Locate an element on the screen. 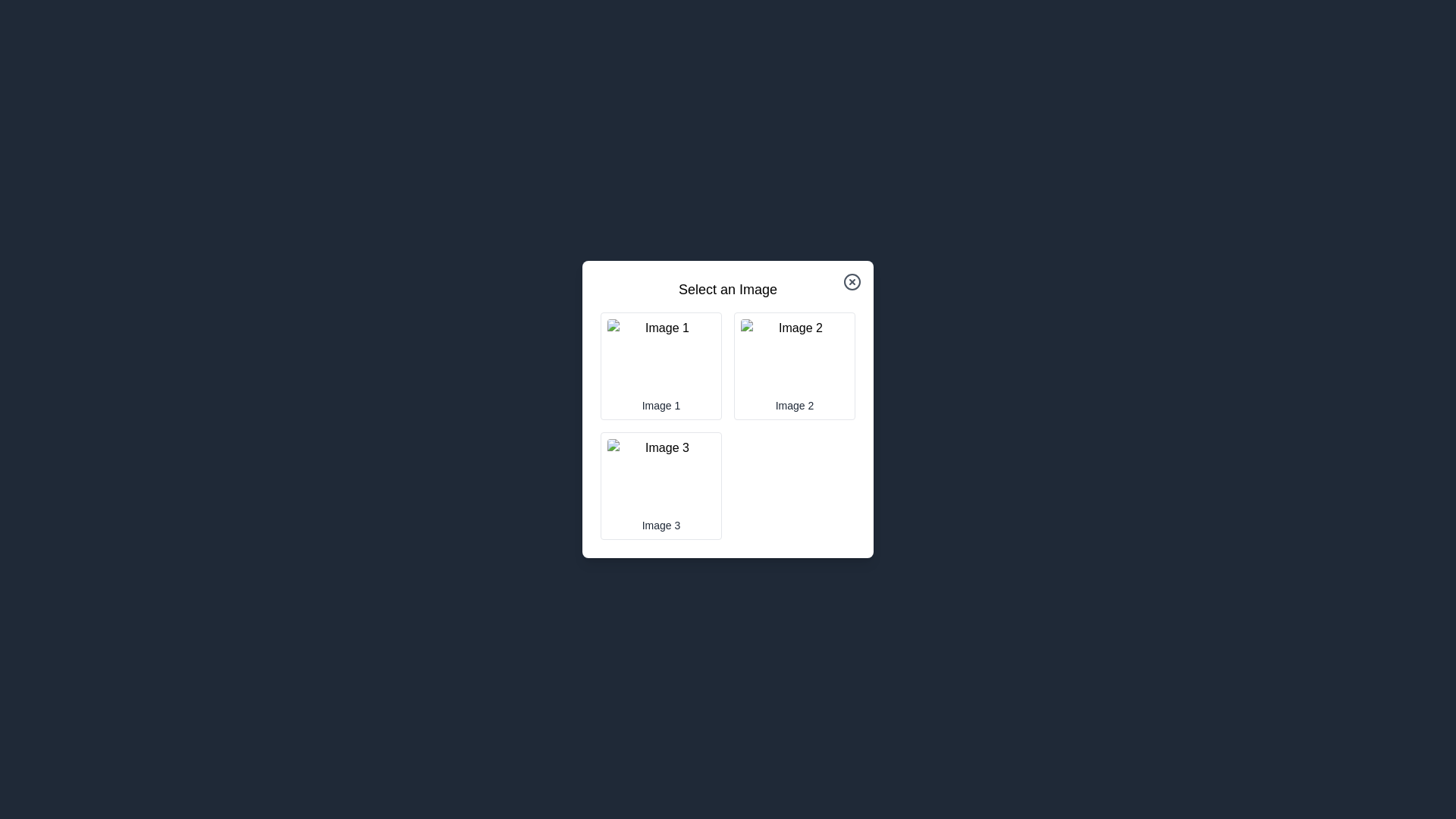 The height and width of the screenshot is (819, 1456). the close button to close the dialog is located at coordinates (852, 281).